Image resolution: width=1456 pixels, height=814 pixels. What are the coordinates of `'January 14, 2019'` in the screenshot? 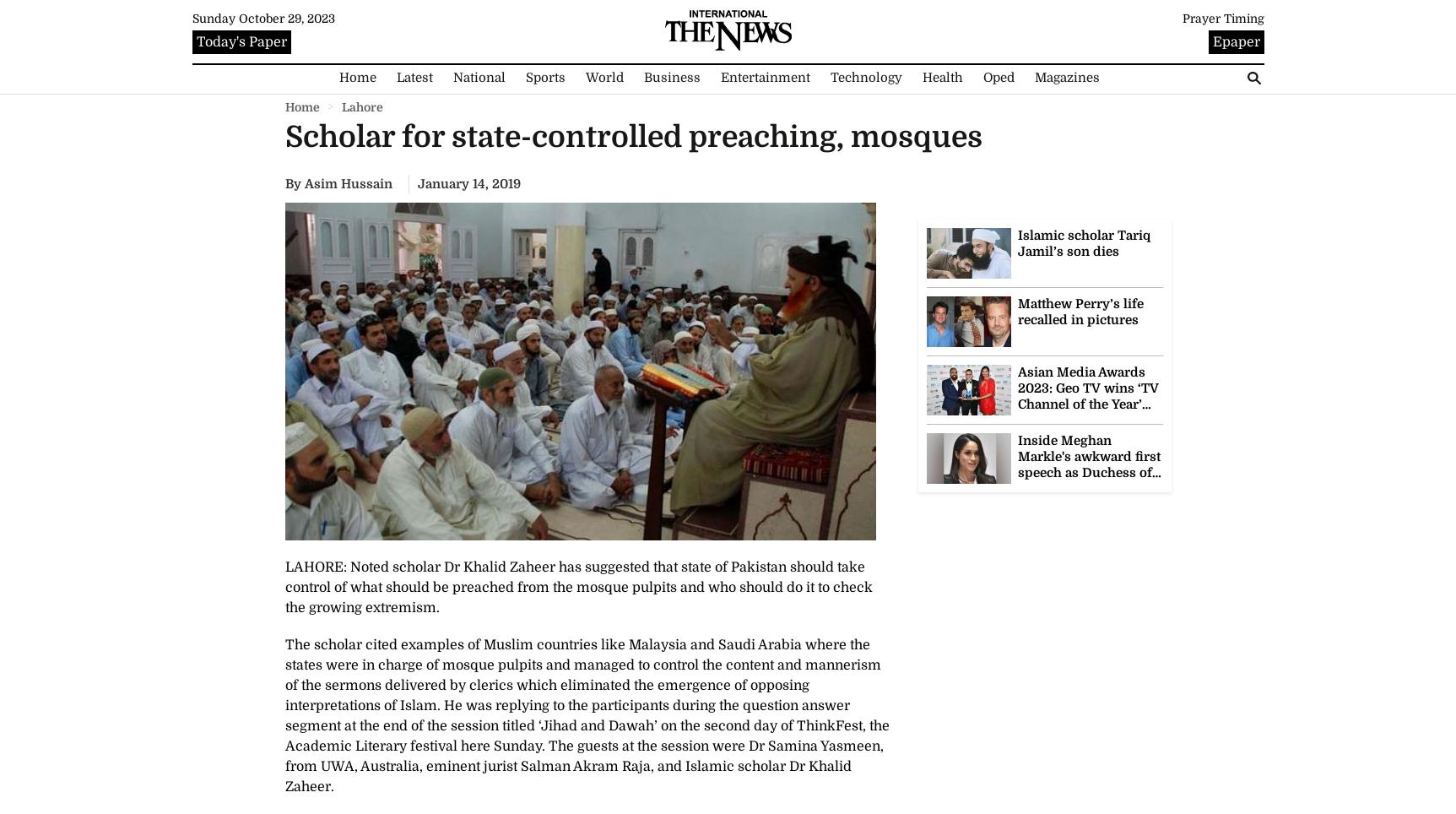 It's located at (468, 183).